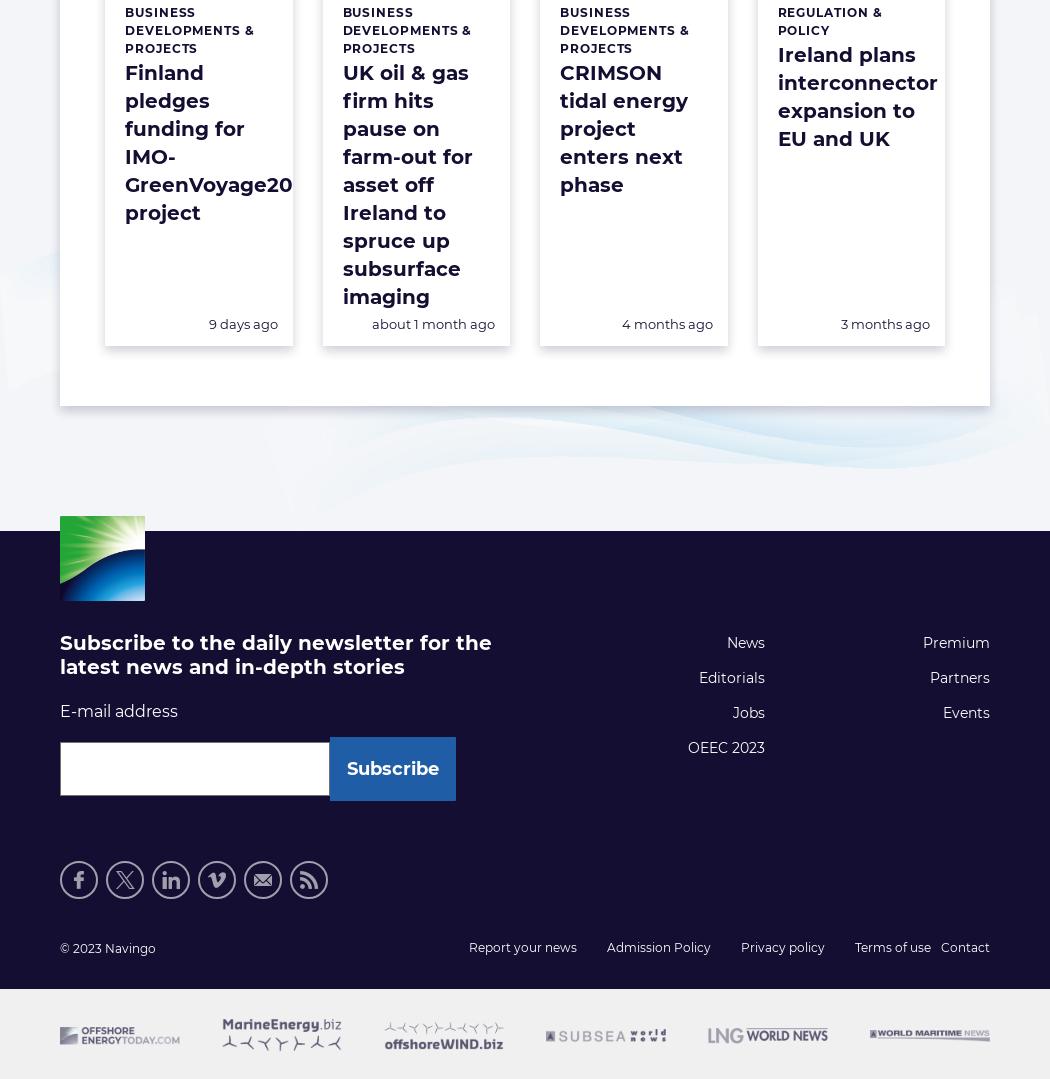  Describe the element at coordinates (959, 678) in the screenshot. I see `'Partners'` at that location.